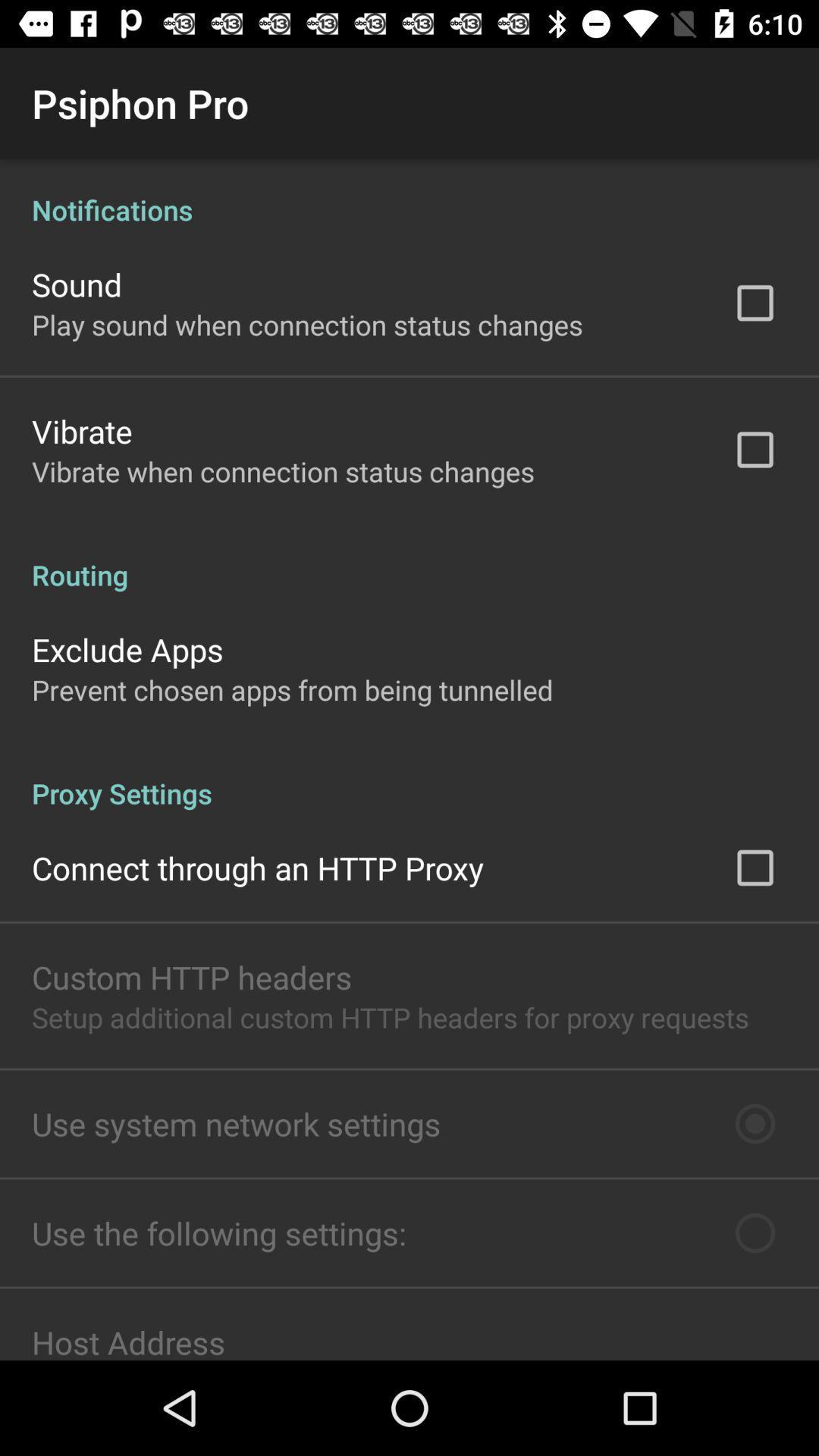 The image size is (819, 1456). I want to click on notifications item, so click(409, 193).